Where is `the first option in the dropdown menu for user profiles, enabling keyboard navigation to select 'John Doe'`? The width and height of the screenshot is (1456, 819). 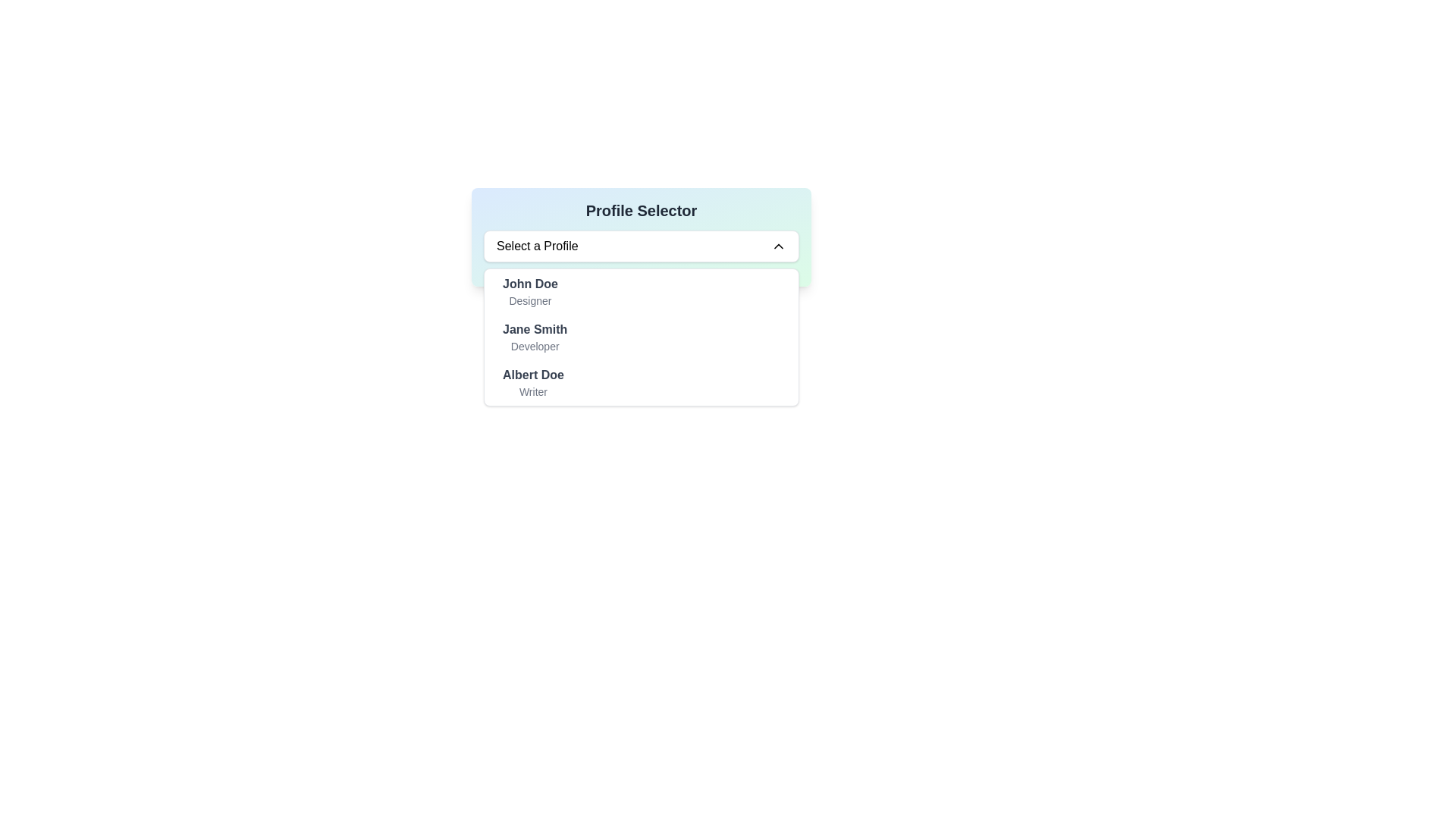
the first option in the dropdown menu for user profiles, enabling keyboard navigation to select 'John Doe' is located at coordinates (641, 292).